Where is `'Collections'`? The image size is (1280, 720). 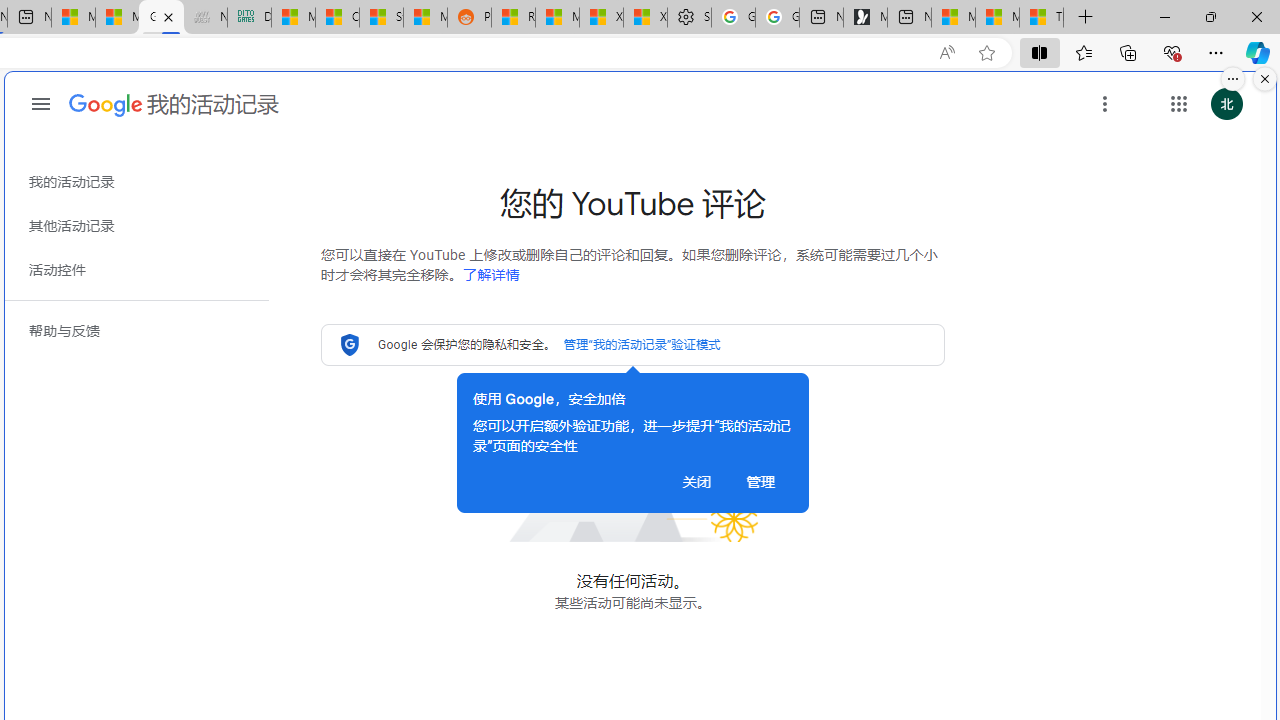 'Collections' is located at coordinates (1128, 51).